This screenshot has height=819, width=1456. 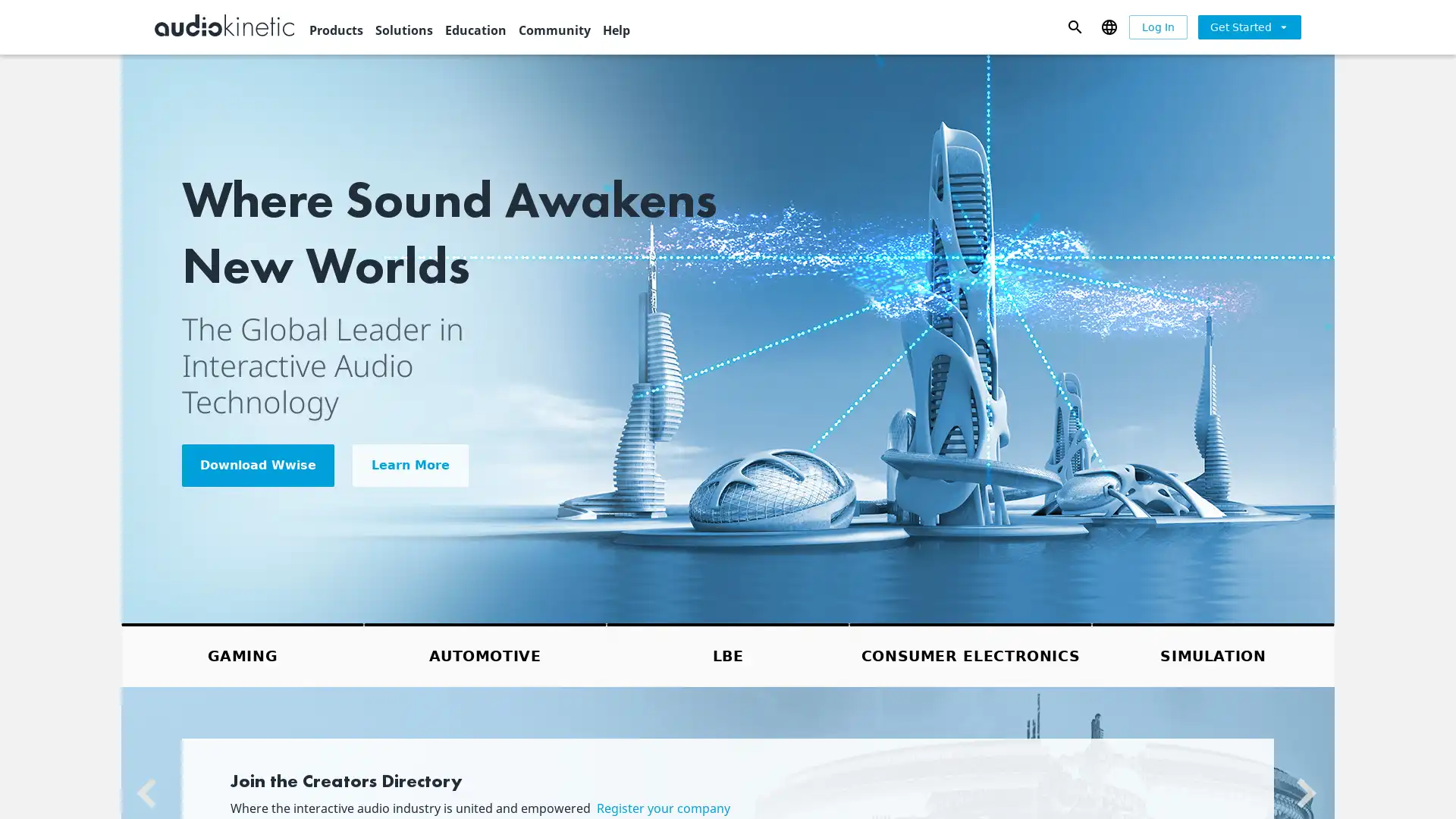 What do you see at coordinates (484, 654) in the screenshot?
I see `AUTOMOTIVE` at bounding box center [484, 654].